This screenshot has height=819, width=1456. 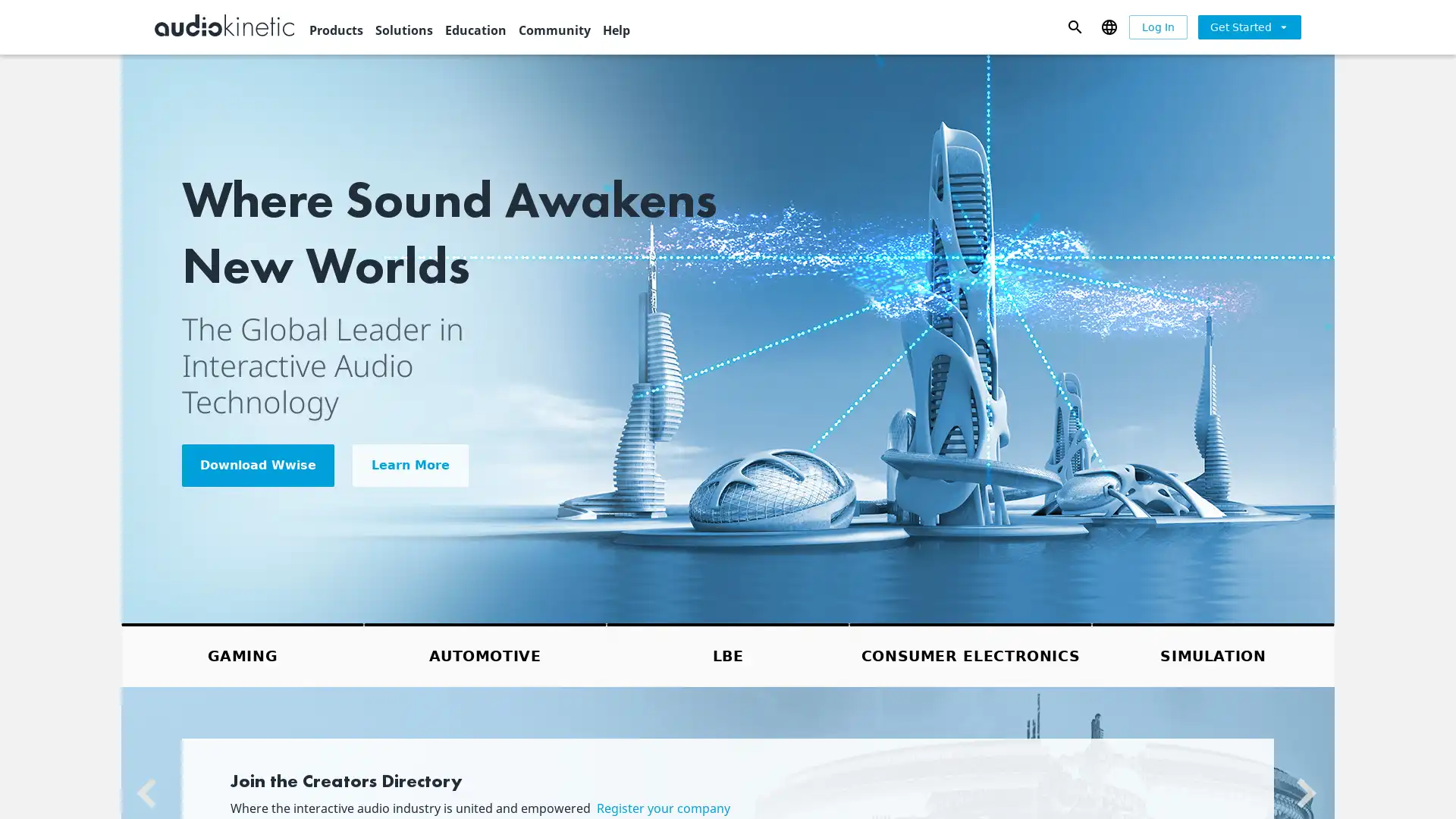 What do you see at coordinates (484, 654) in the screenshot?
I see `AUTOMOTIVE` at bounding box center [484, 654].